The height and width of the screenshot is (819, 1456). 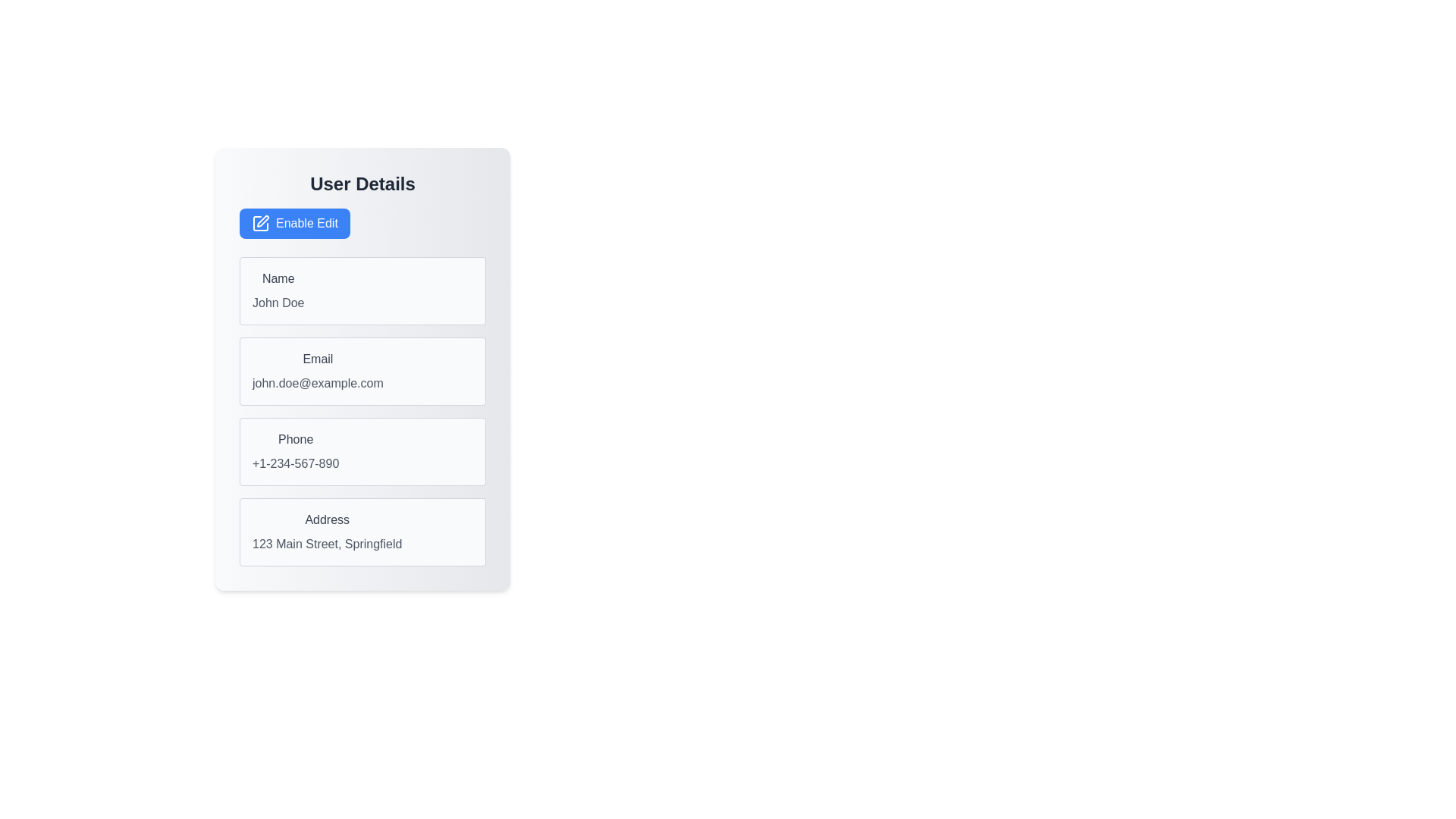 What do you see at coordinates (362, 451) in the screenshot?
I see `the display box that shows the user's phone number, which is the third element in the user details card layout, positioned below the 'Email' box and above the 'Address' box` at bounding box center [362, 451].